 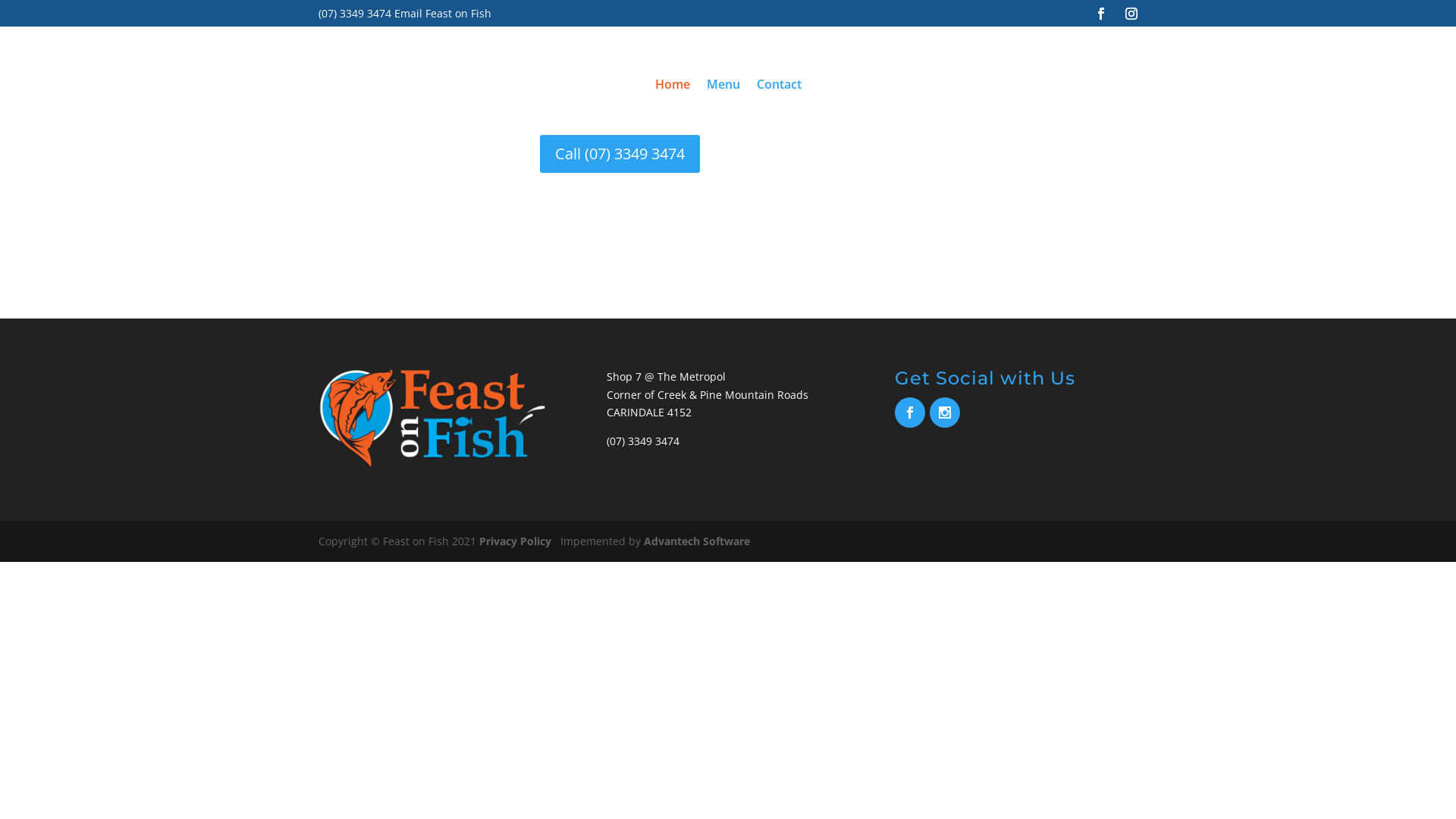 What do you see at coordinates (695, 540) in the screenshot?
I see `'Advantech Software'` at bounding box center [695, 540].